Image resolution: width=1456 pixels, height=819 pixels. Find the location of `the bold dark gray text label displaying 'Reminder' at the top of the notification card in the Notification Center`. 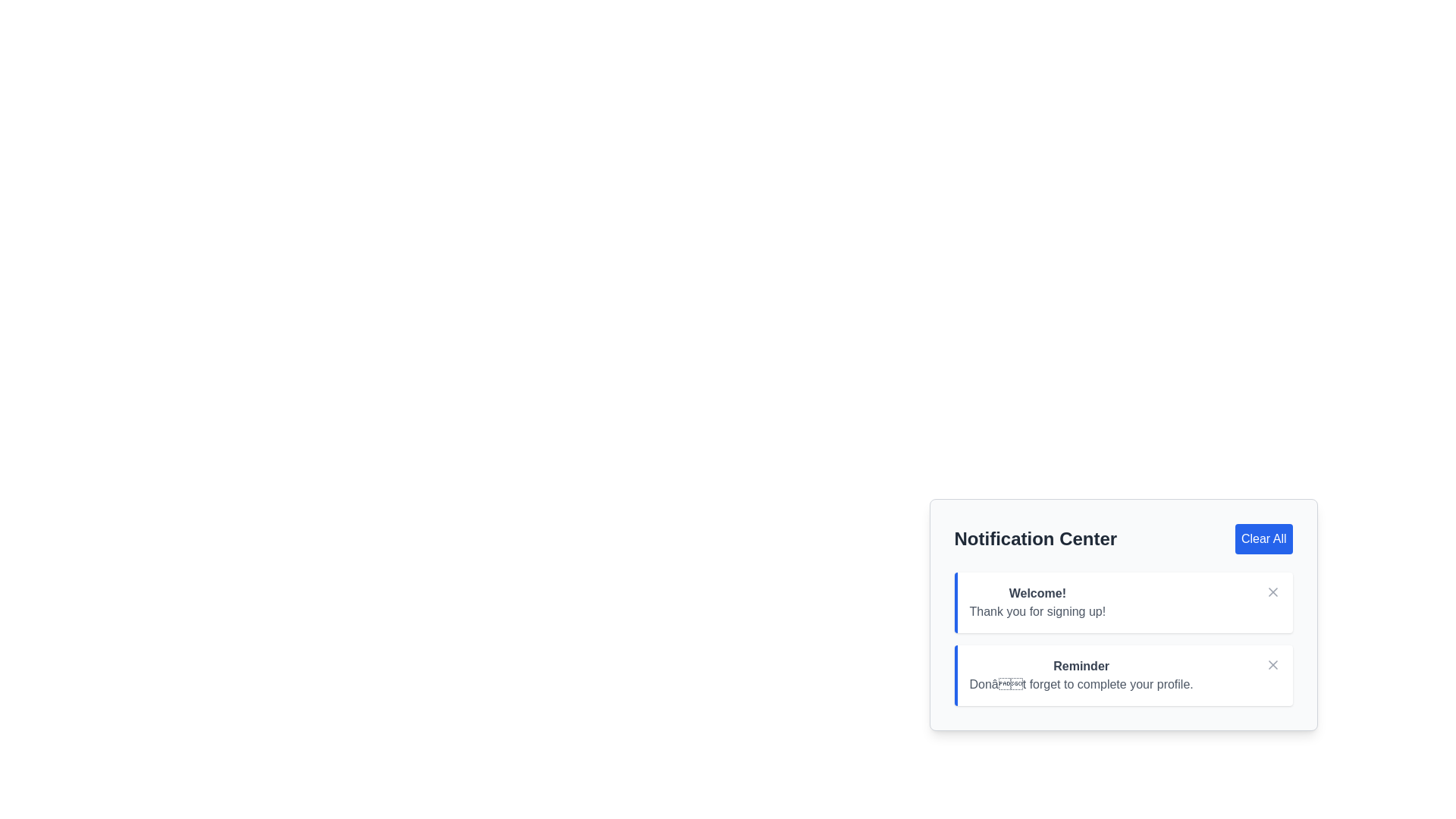

the bold dark gray text label displaying 'Reminder' at the top of the notification card in the Notification Center is located at coordinates (1081, 666).